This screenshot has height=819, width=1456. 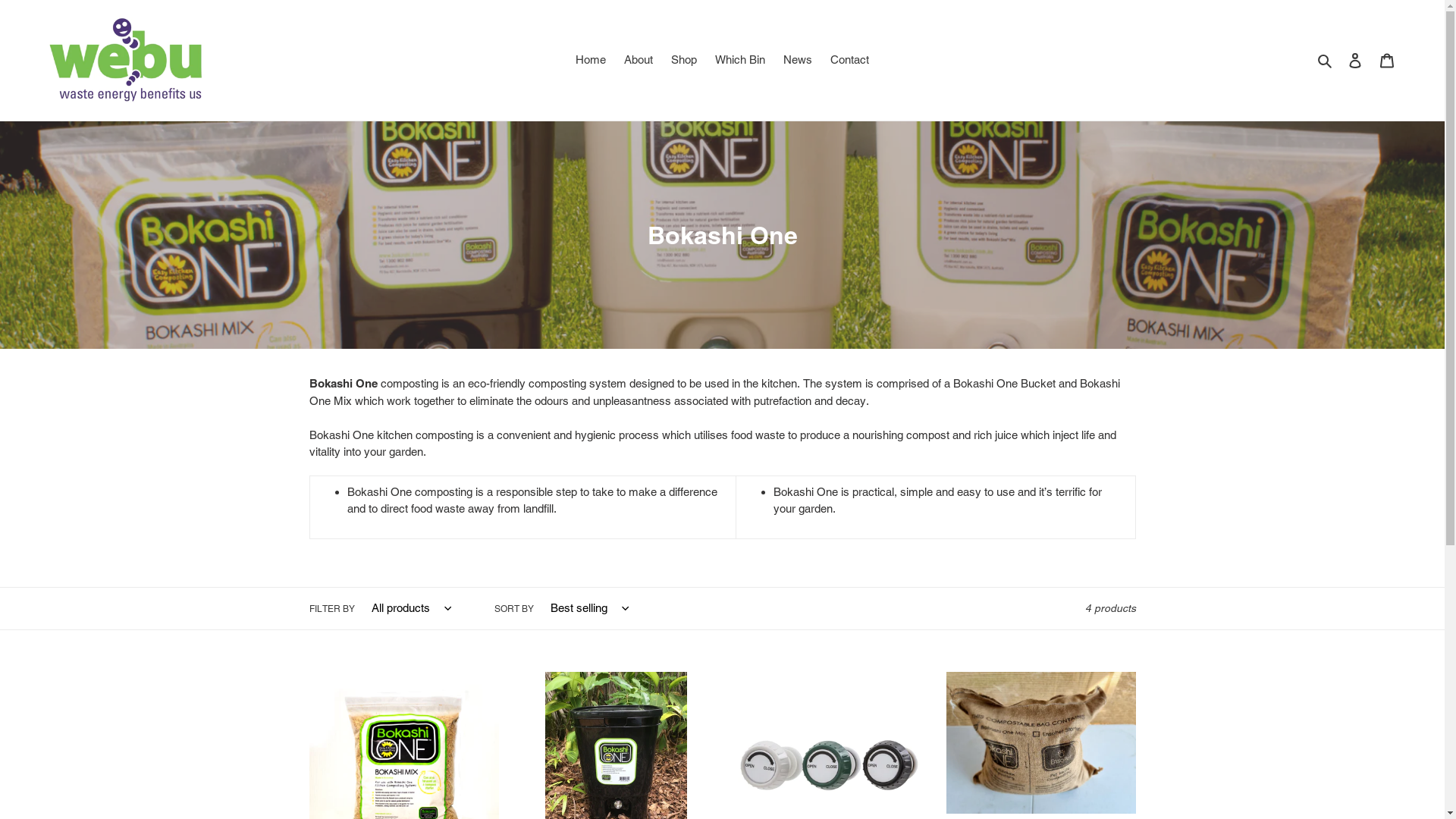 What do you see at coordinates (1354, 59) in the screenshot?
I see `'Log in'` at bounding box center [1354, 59].